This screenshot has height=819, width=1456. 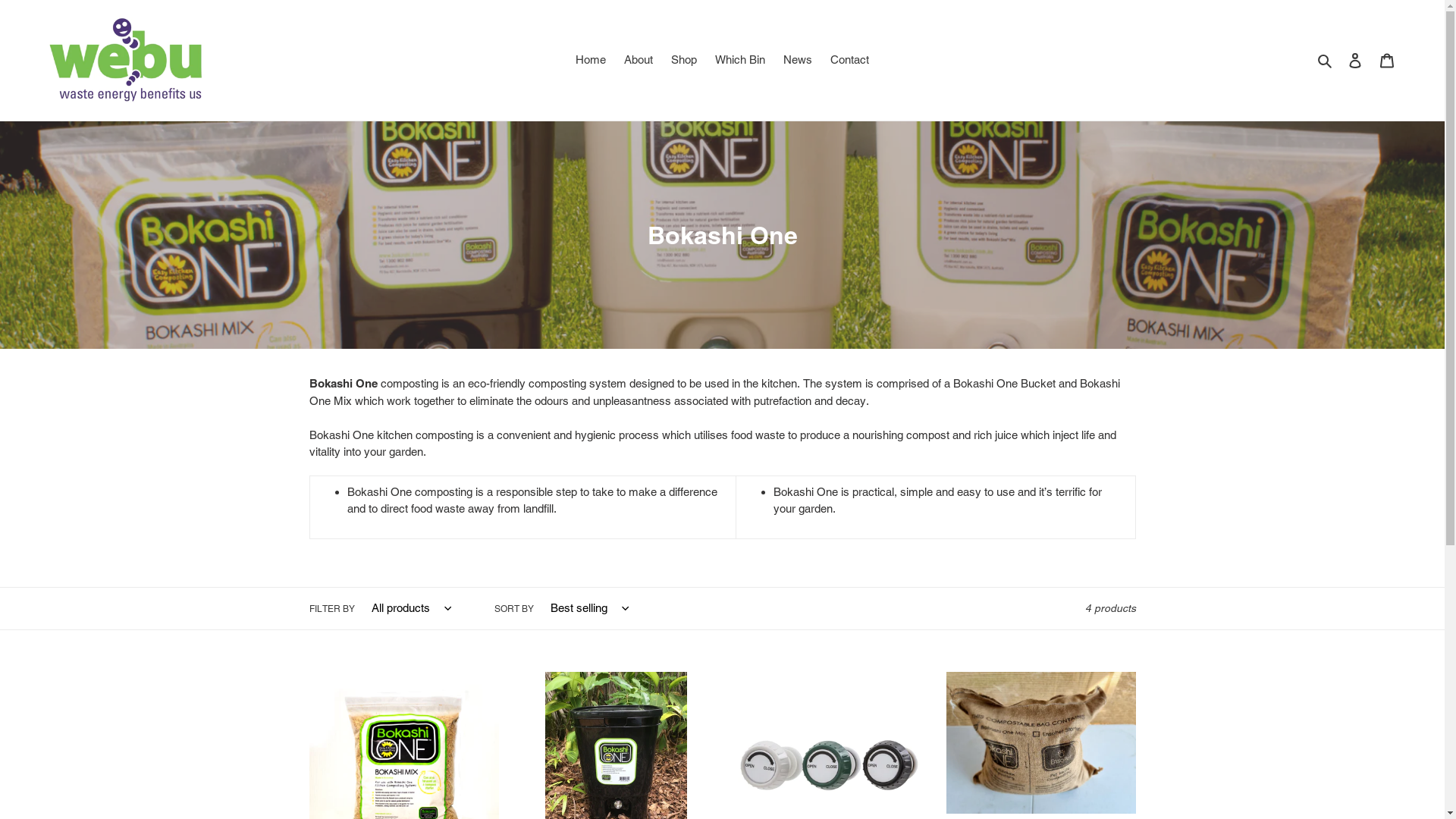 What do you see at coordinates (1354, 59) in the screenshot?
I see `'Log in'` at bounding box center [1354, 59].